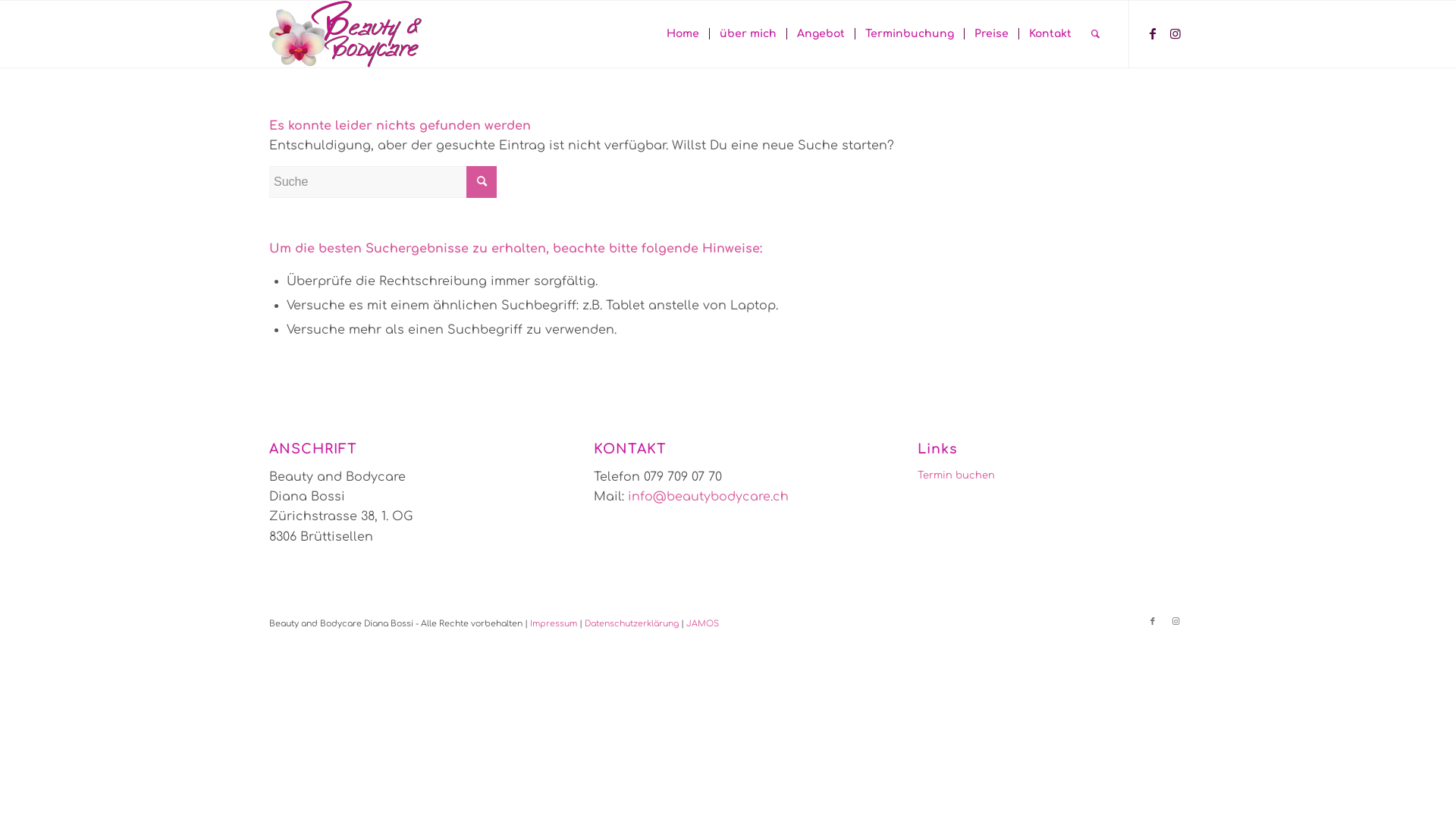 The height and width of the screenshot is (819, 1456). Describe the element at coordinates (819, 34) in the screenshot. I see `'Angebot'` at that location.